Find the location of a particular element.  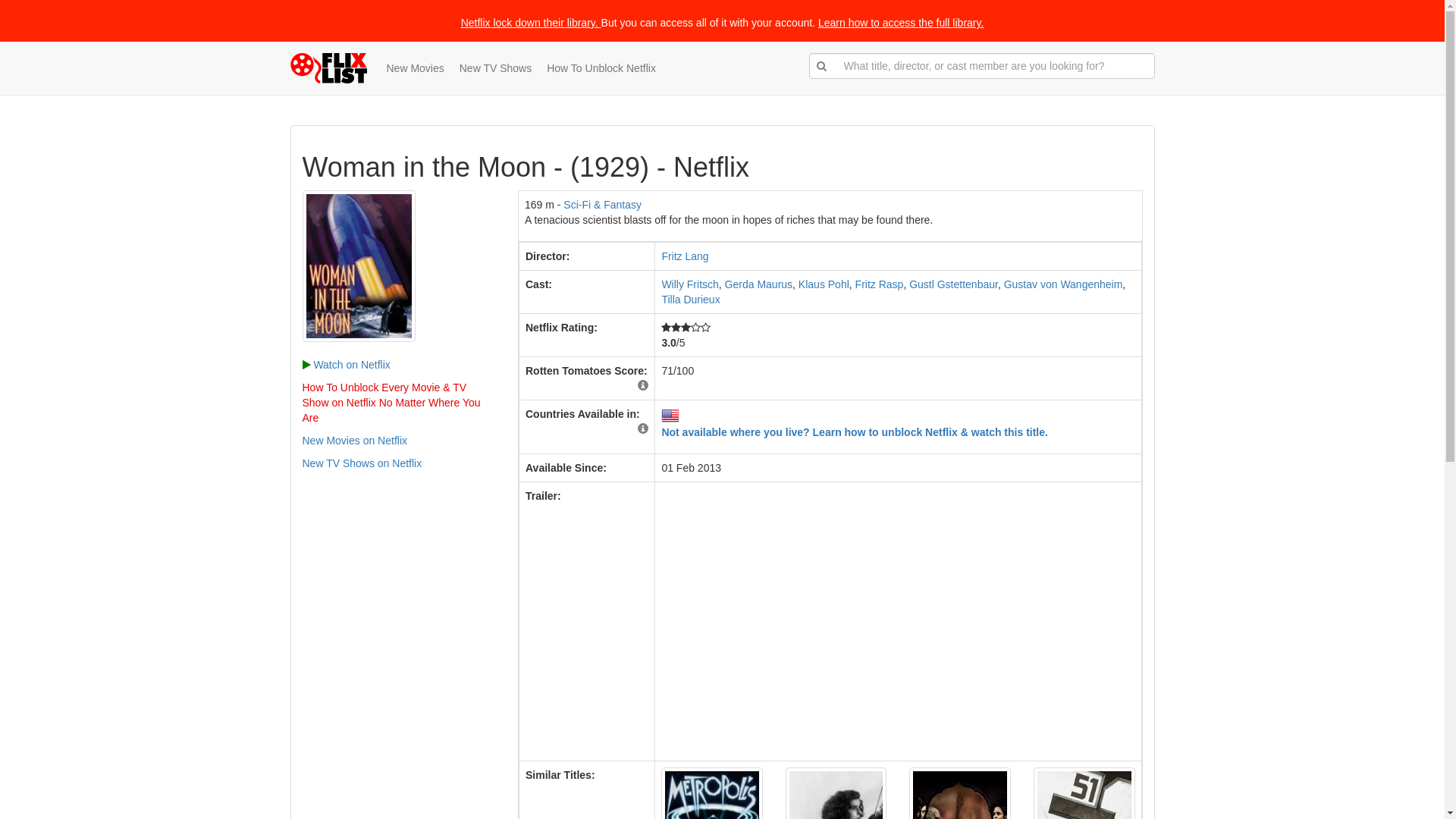

'New TV Shows' is located at coordinates (495, 67).